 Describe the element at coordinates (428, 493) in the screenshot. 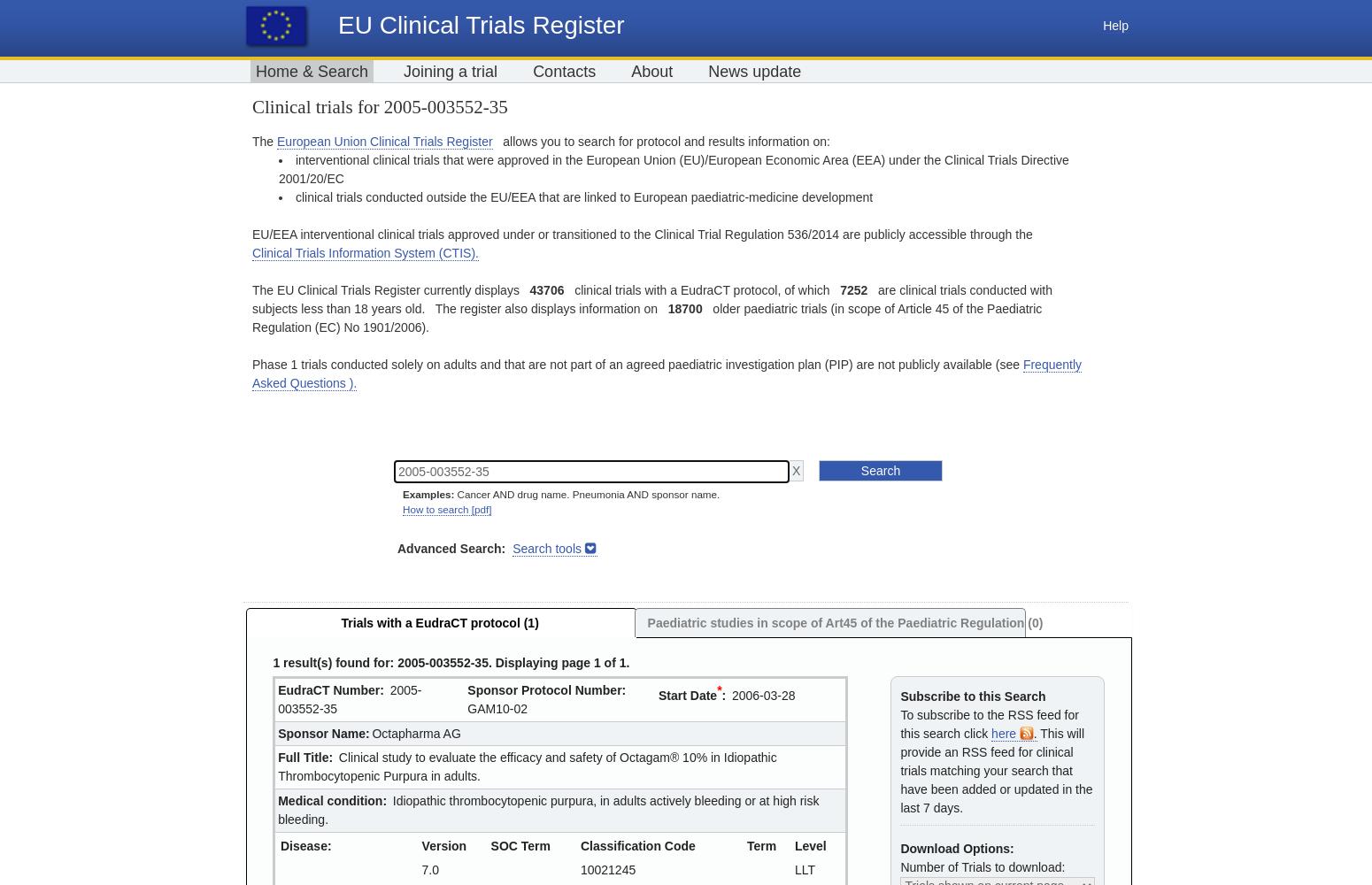

I see `'Examples:'` at that location.